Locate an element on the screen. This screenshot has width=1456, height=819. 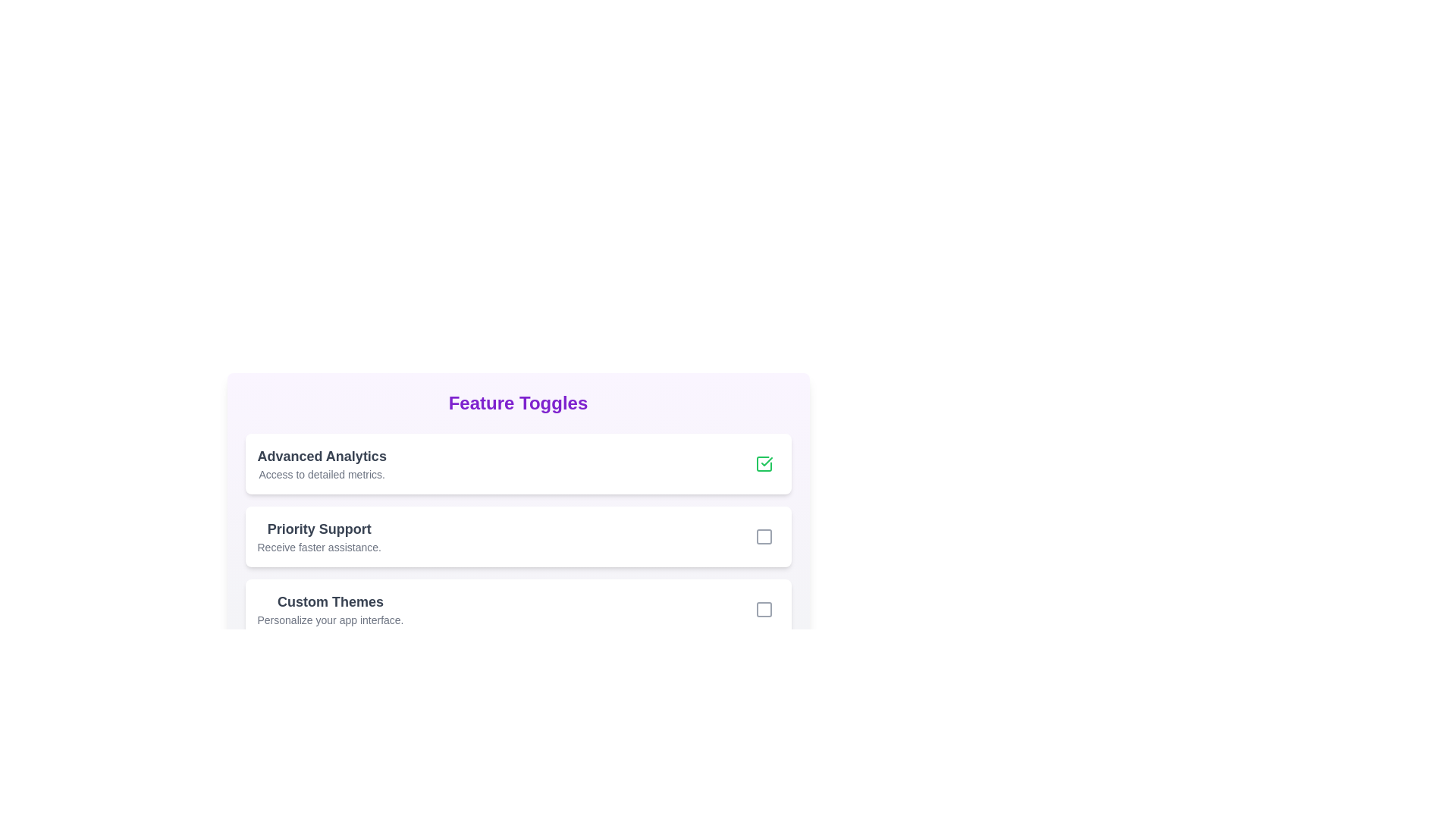
the interactive checkbox for 'Custom Themes' located in the bottom row of the feature toggles list is located at coordinates (764, 608).